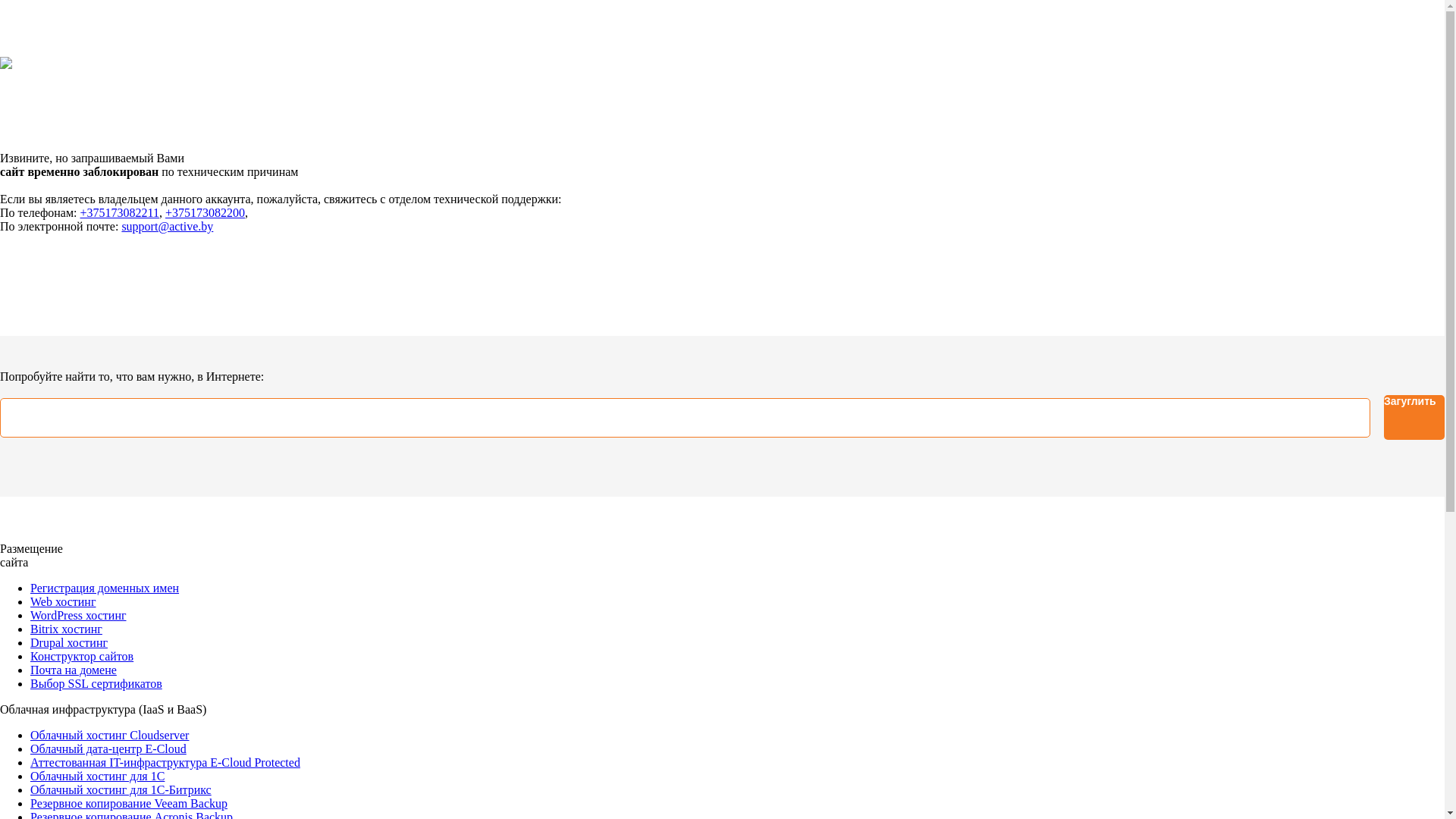 The height and width of the screenshot is (819, 1456). What do you see at coordinates (167, 226) in the screenshot?
I see `'support@active.by'` at bounding box center [167, 226].